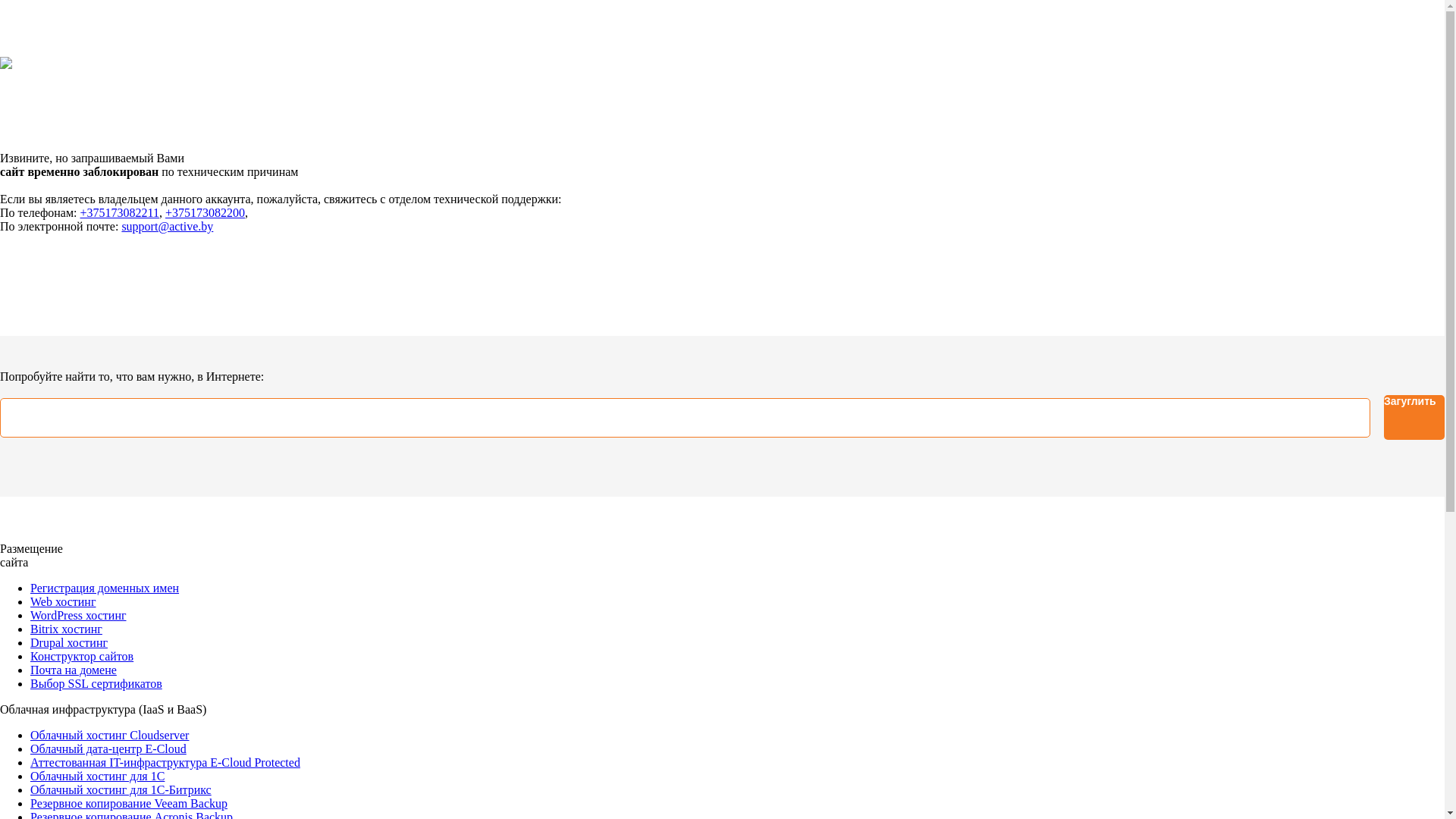 The height and width of the screenshot is (819, 1456). What do you see at coordinates (167, 226) in the screenshot?
I see `'support@active.by'` at bounding box center [167, 226].